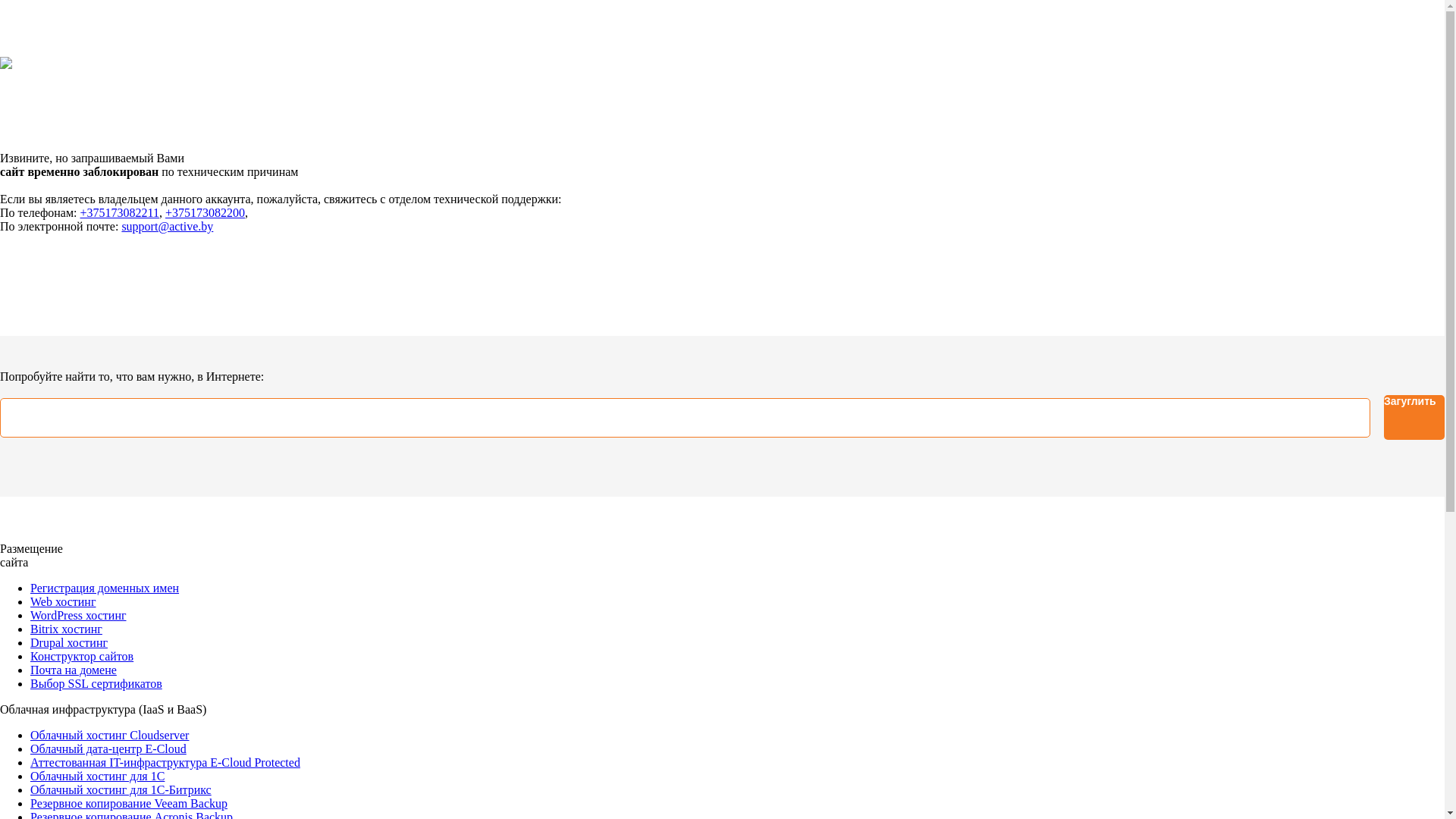 The height and width of the screenshot is (819, 1456). What do you see at coordinates (167, 226) in the screenshot?
I see `'support@active.by'` at bounding box center [167, 226].